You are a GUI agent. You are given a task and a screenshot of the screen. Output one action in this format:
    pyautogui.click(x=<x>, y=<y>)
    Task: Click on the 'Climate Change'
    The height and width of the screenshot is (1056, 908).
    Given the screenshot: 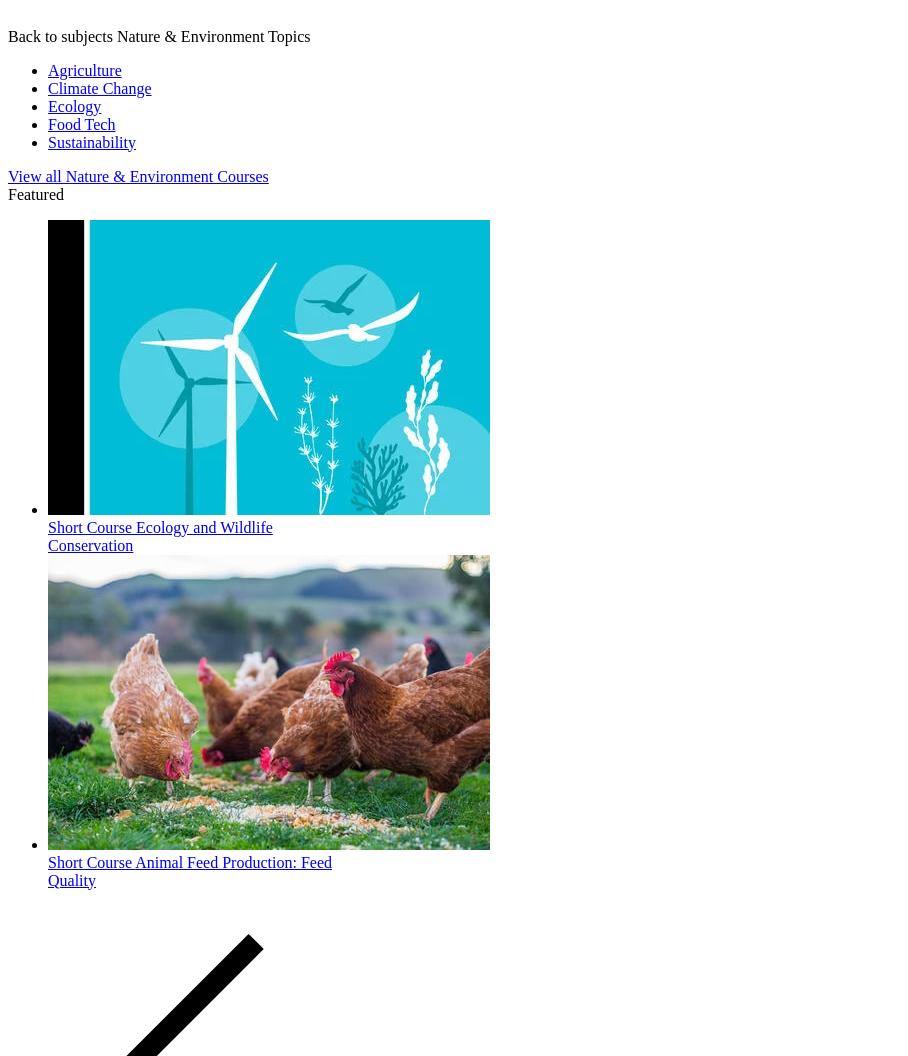 What is the action you would take?
    pyautogui.click(x=98, y=86)
    